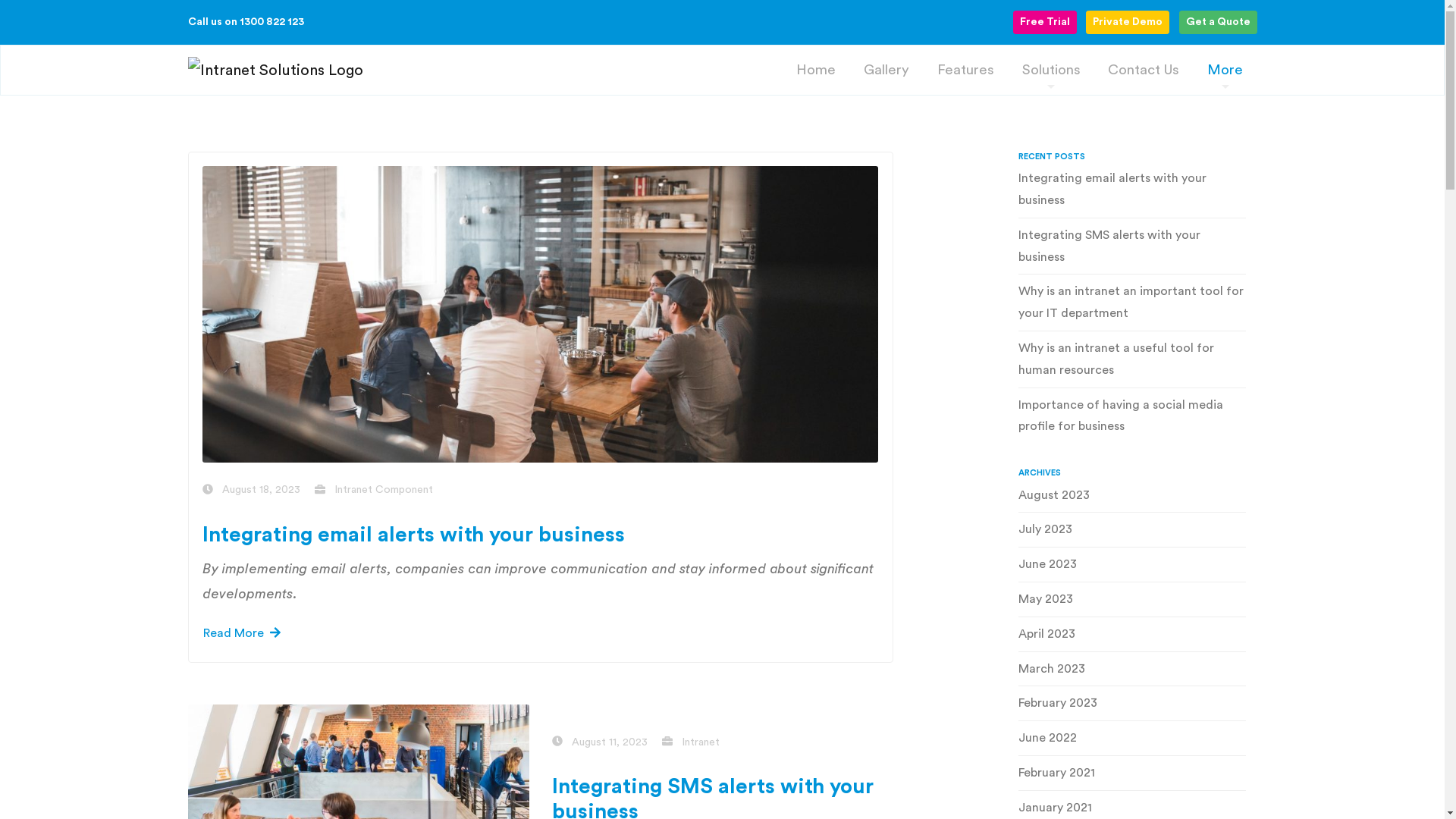  What do you see at coordinates (1043, 22) in the screenshot?
I see `'Free Trial'` at bounding box center [1043, 22].